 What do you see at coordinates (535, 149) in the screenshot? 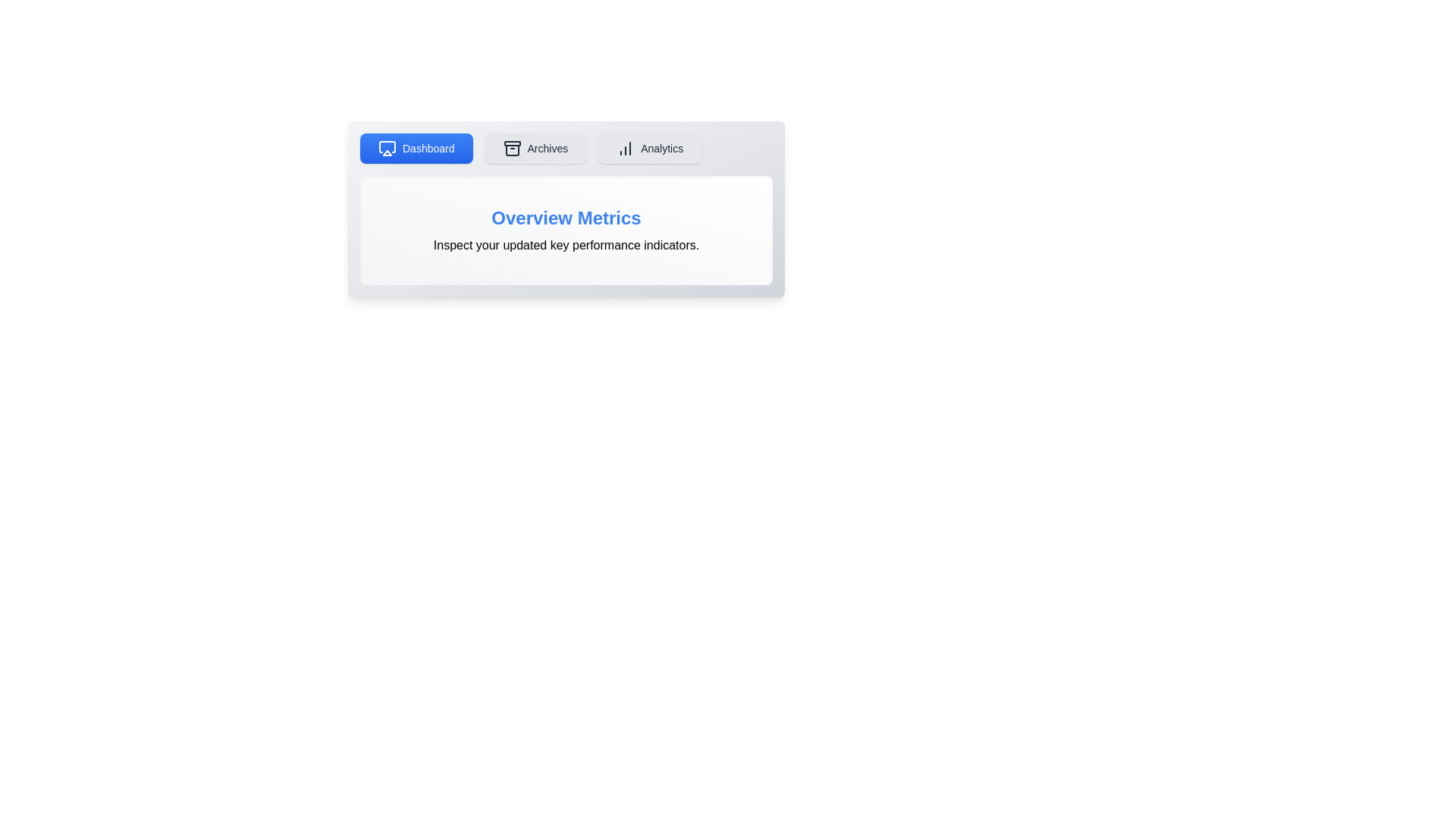
I see `the tab labeled Archives by clicking on it` at bounding box center [535, 149].